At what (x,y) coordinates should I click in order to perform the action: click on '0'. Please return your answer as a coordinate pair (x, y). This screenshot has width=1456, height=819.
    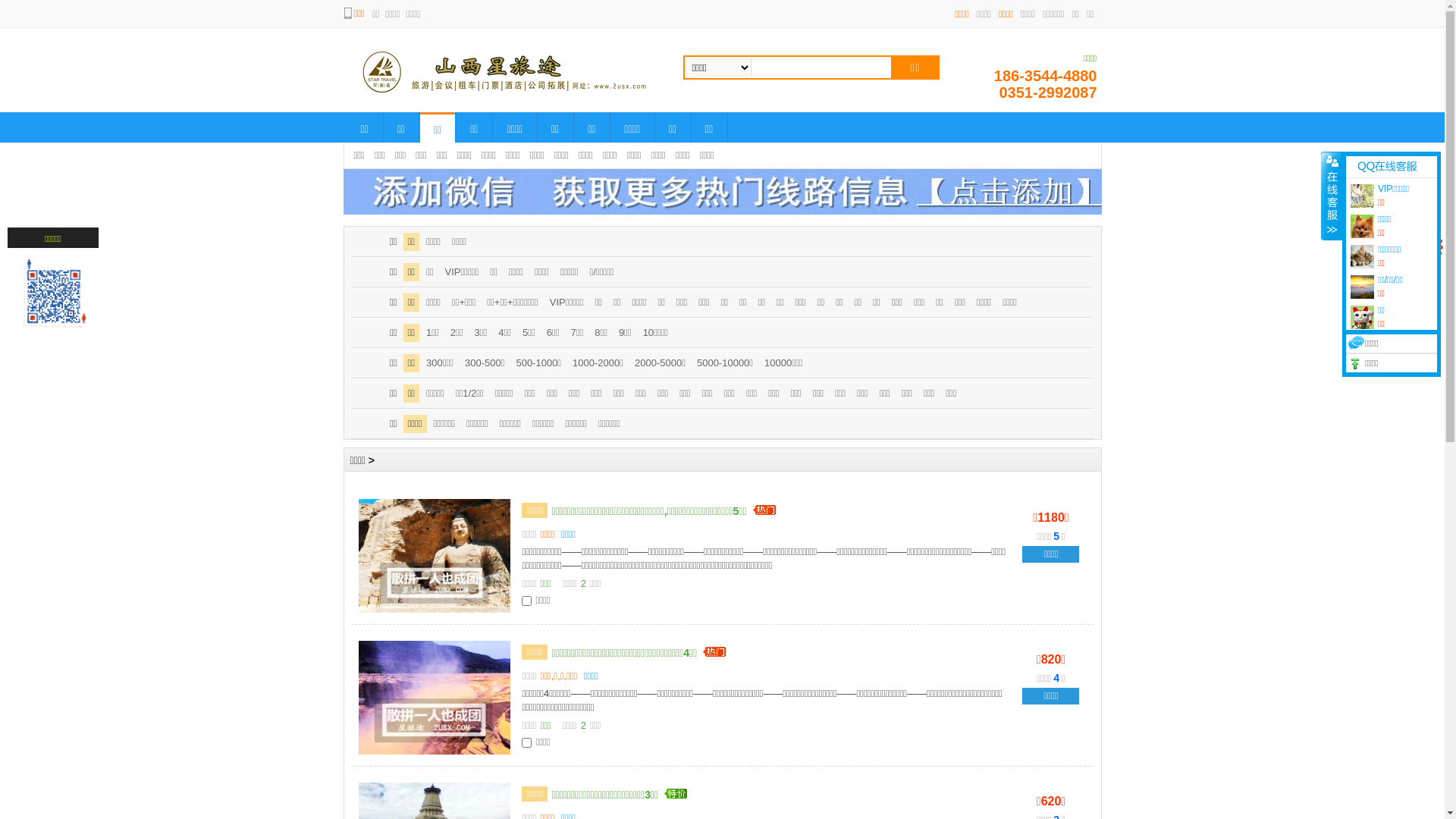
    Looking at the image, I should click on (1423, 245).